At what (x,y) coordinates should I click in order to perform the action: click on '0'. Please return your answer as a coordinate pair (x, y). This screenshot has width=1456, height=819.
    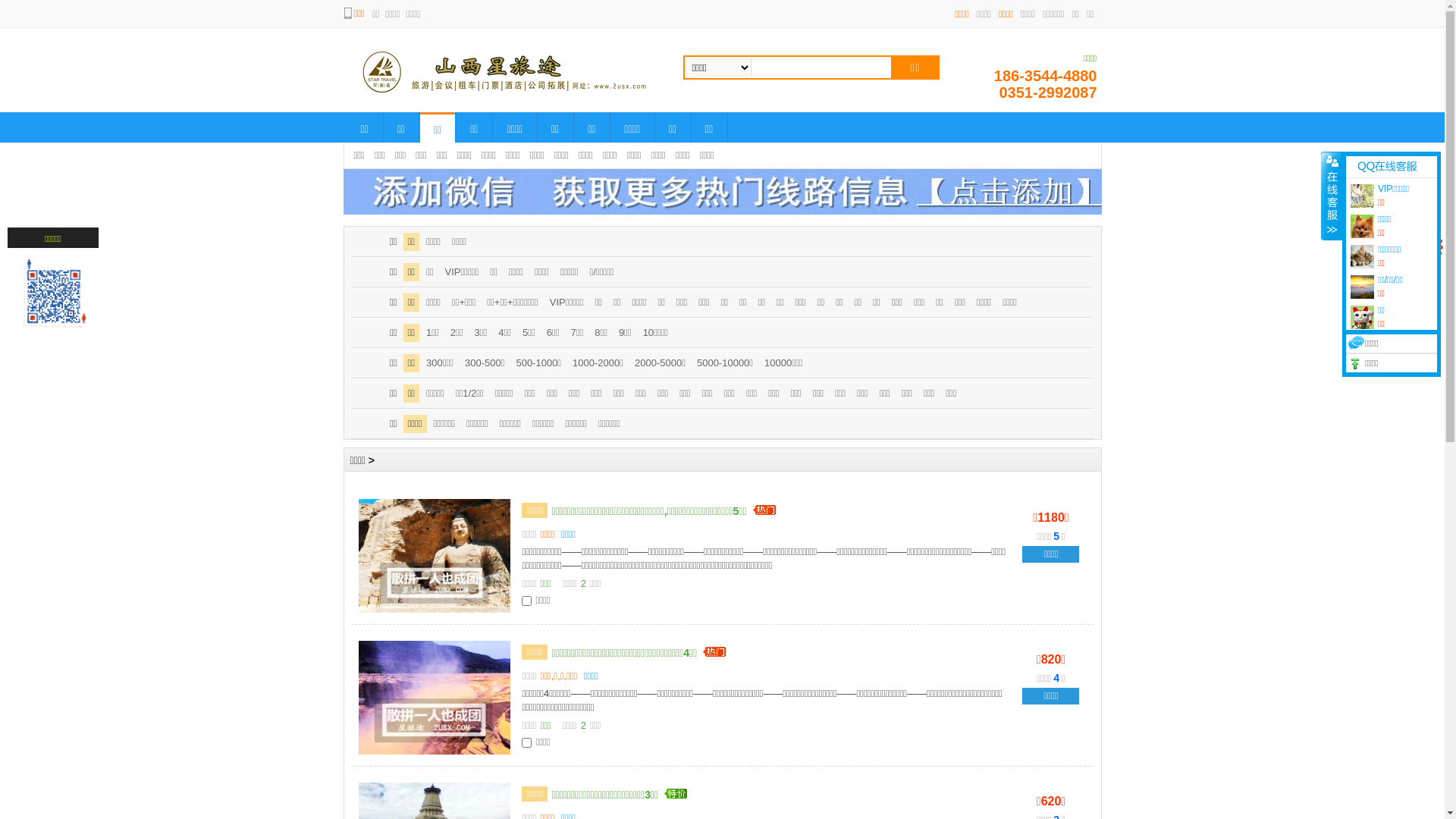
    Looking at the image, I should click on (1423, 245).